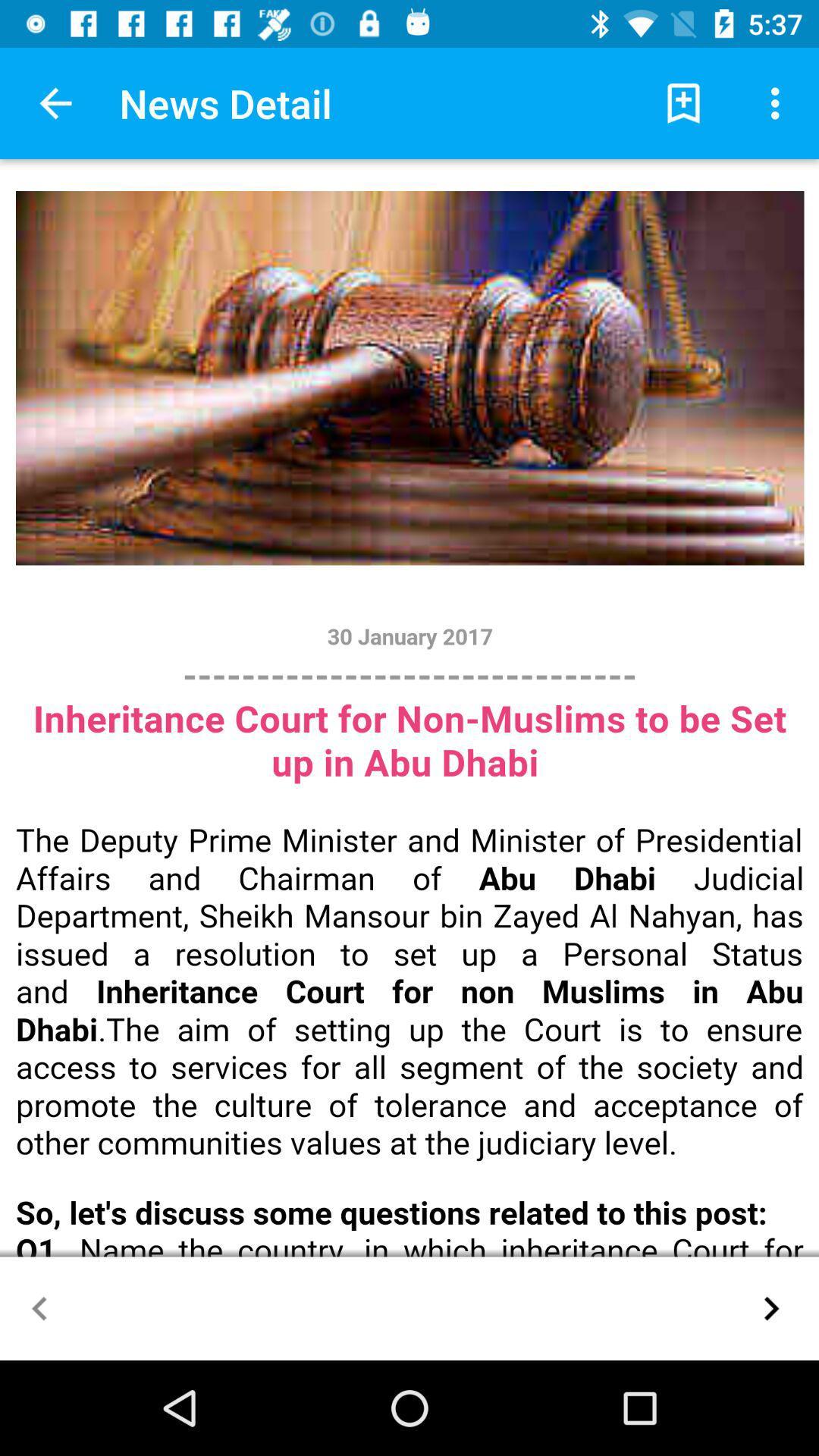  Describe the element at coordinates (39, 1307) in the screenshot. I see `the arrow_backward icon` at that location.